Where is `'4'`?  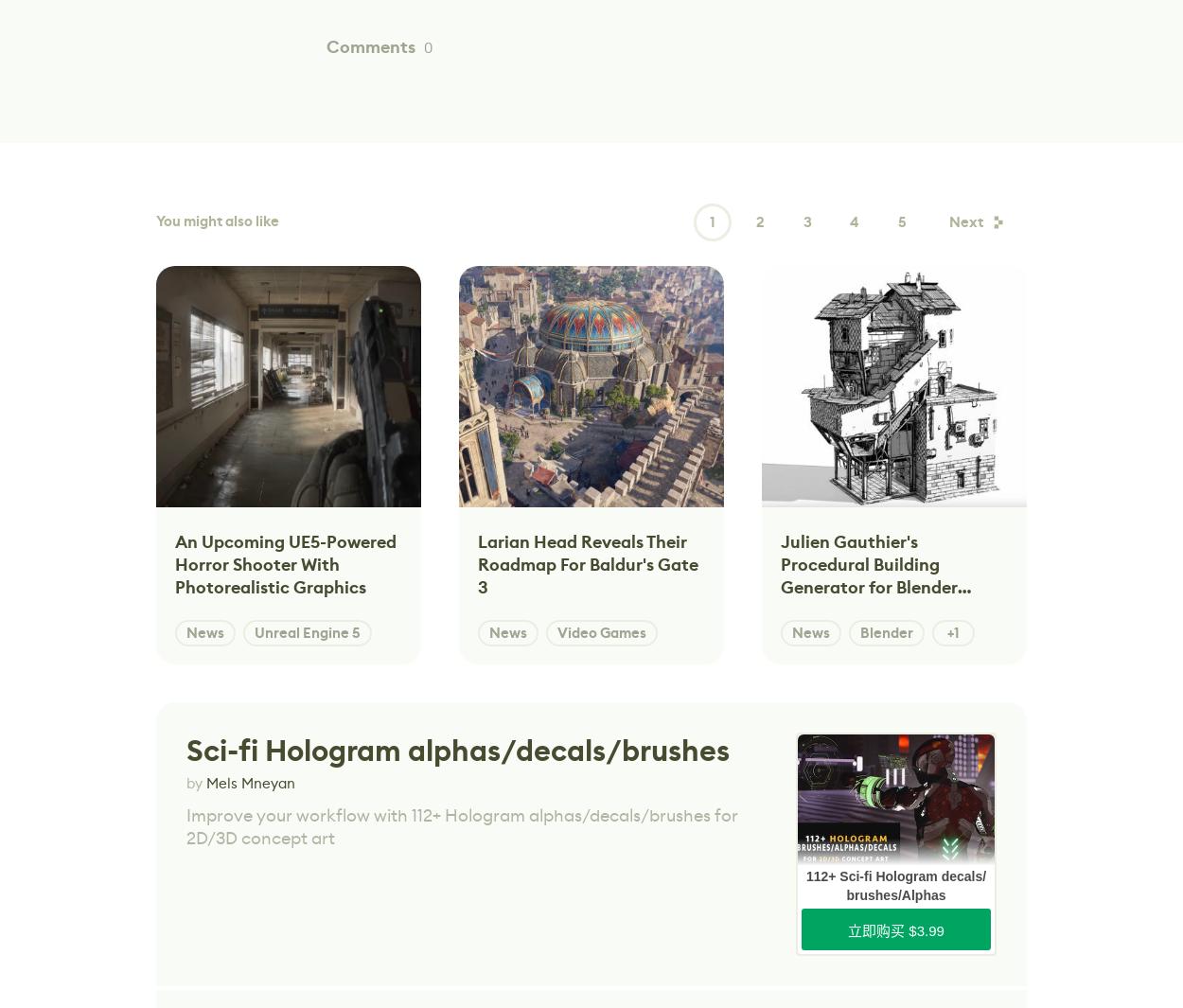 '4' is located at coordinates (855, 221).